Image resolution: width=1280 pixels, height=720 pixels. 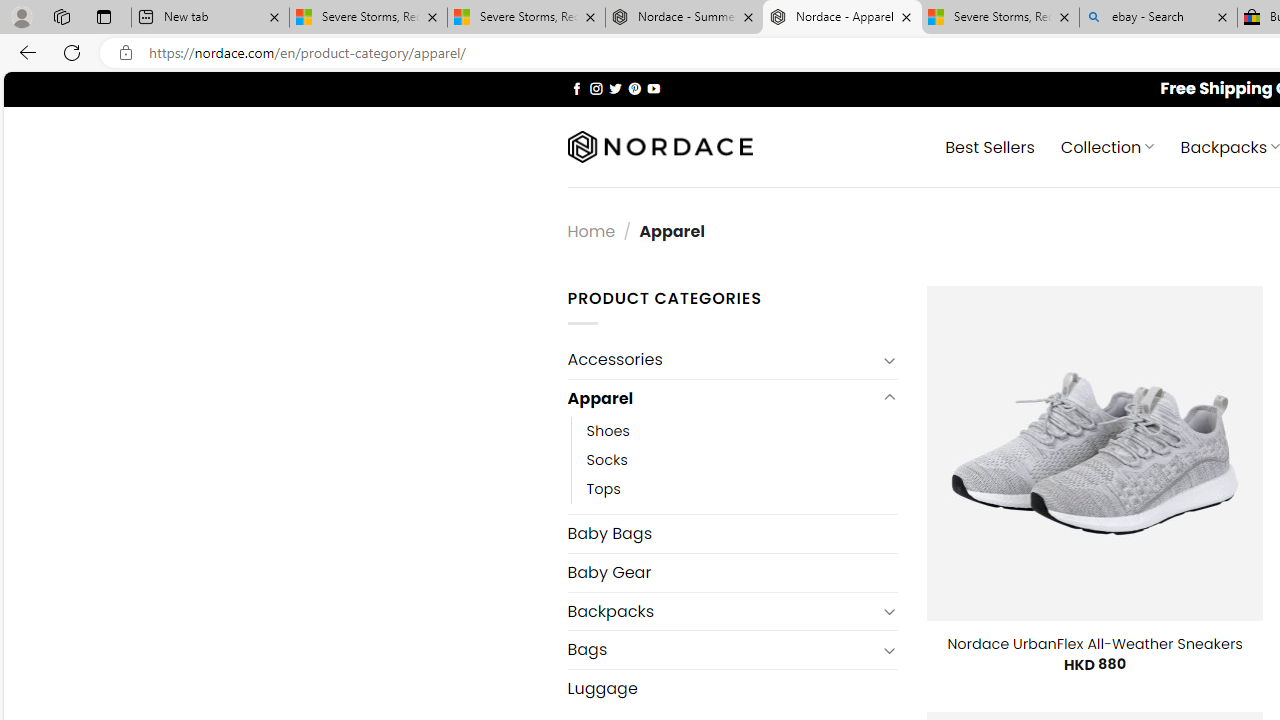 I want to click on 'Nordace - Apparel', so click(x=842, y=17).